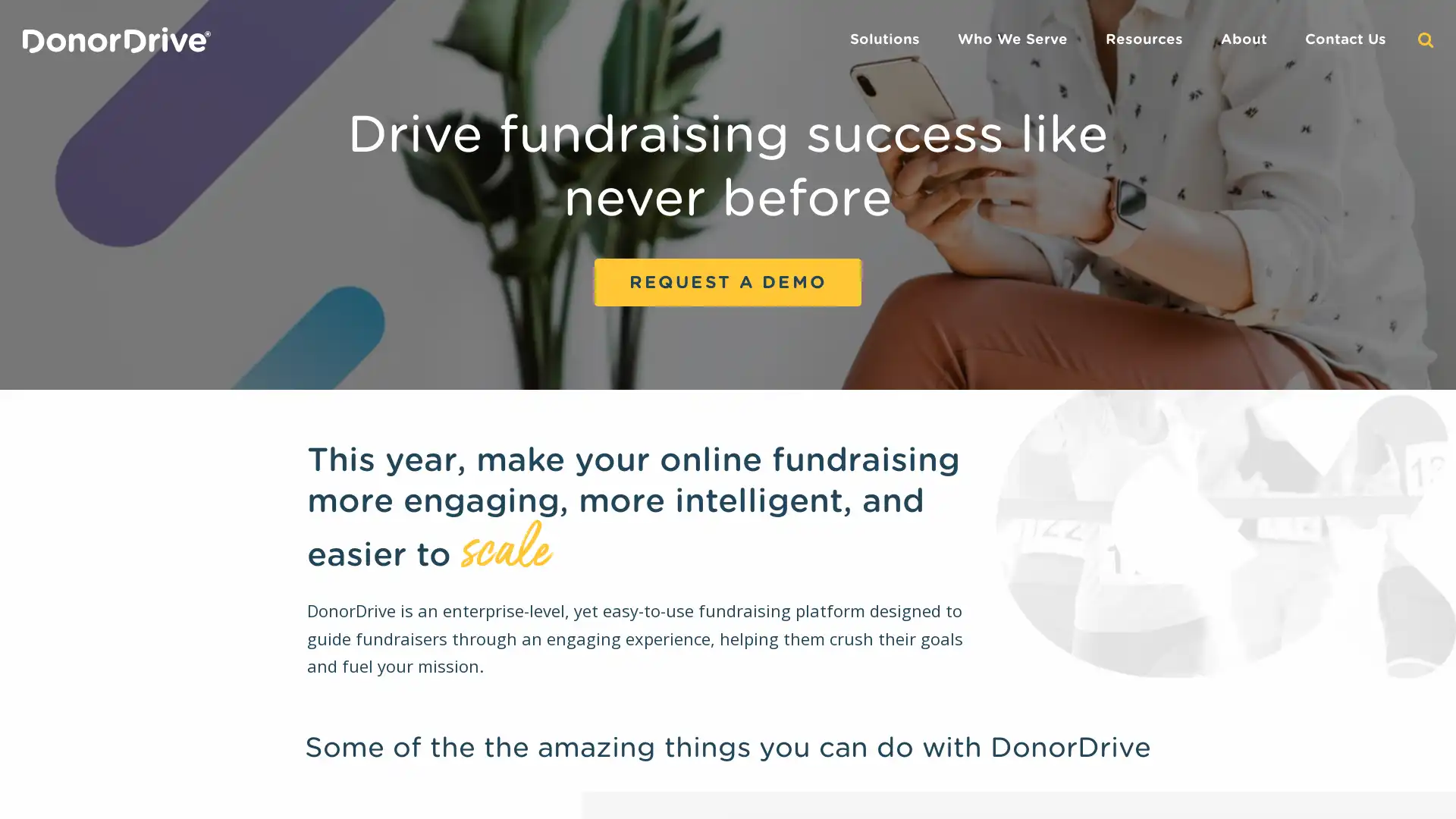 Image resolution: width=1456 pixels, height=819 pixels. What do you see at coordinates (1244, 38) in the screenshot?
I see `About` at bounding box center [1244, 38].